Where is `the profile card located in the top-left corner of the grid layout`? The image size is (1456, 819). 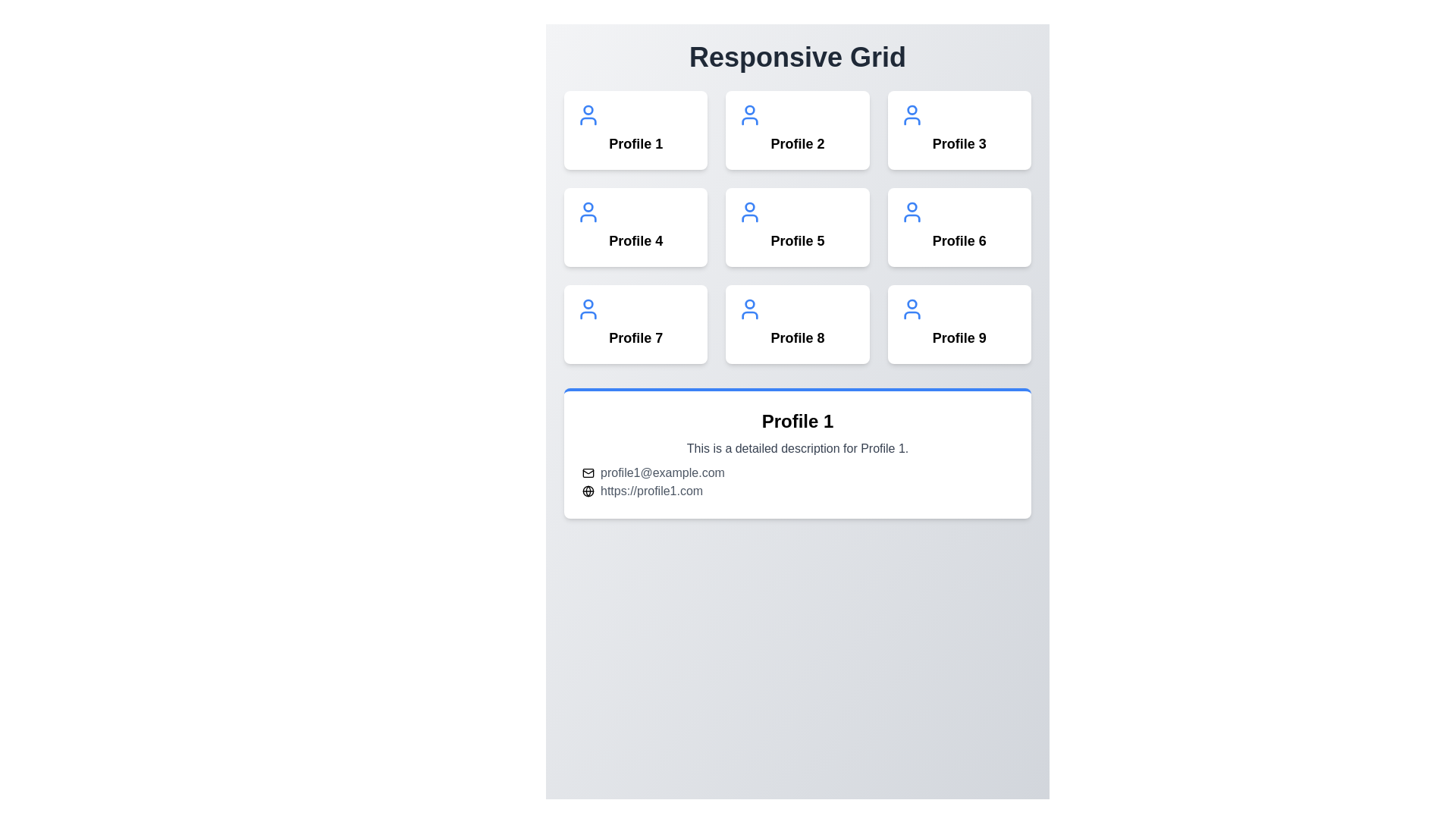
the profile card located in the top-left corner of the grid layout is located at coordinates (635, 130).